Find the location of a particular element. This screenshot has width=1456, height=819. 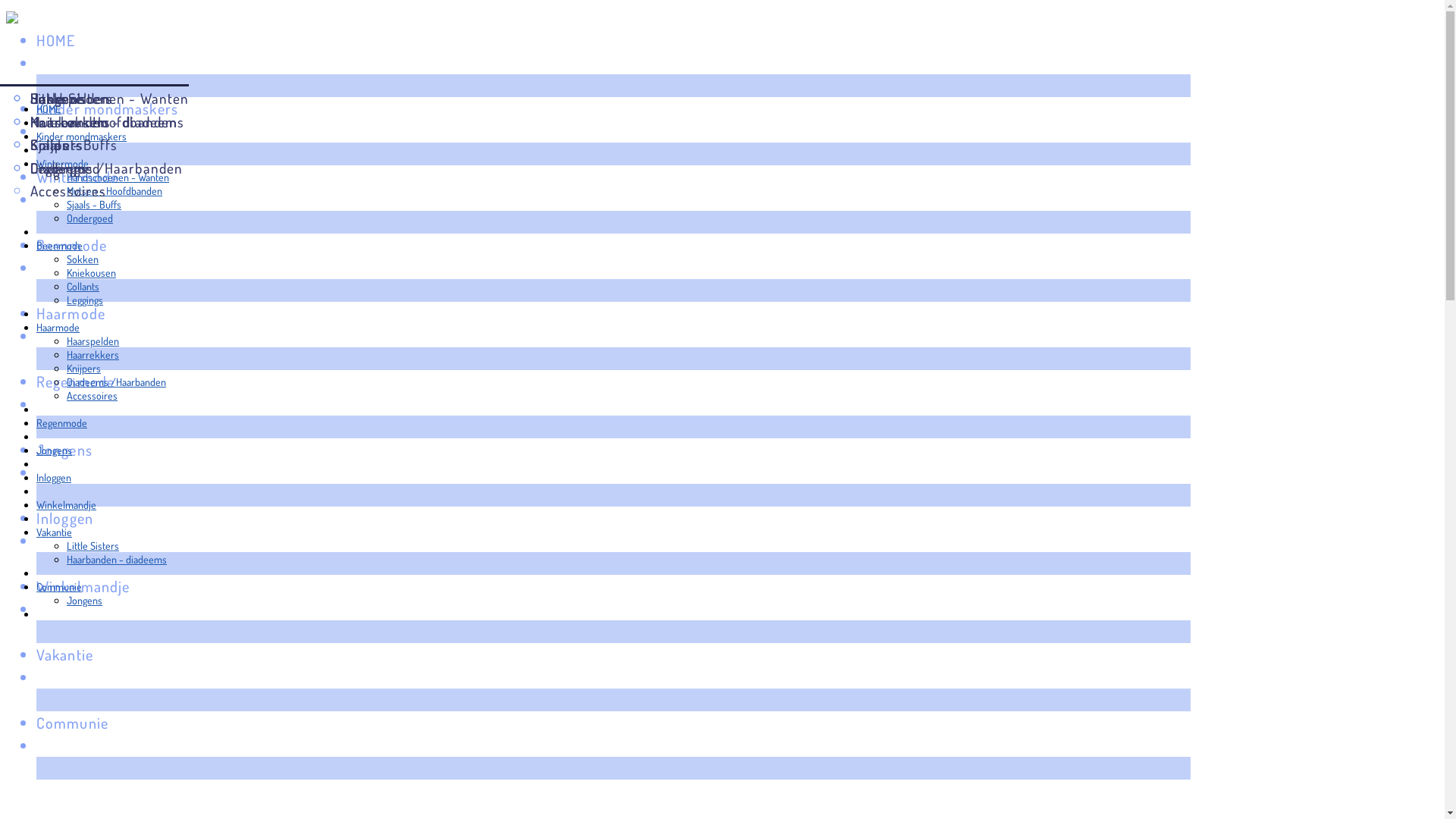

'Kinder mondmaskers' is located at coordinates (80, 135).